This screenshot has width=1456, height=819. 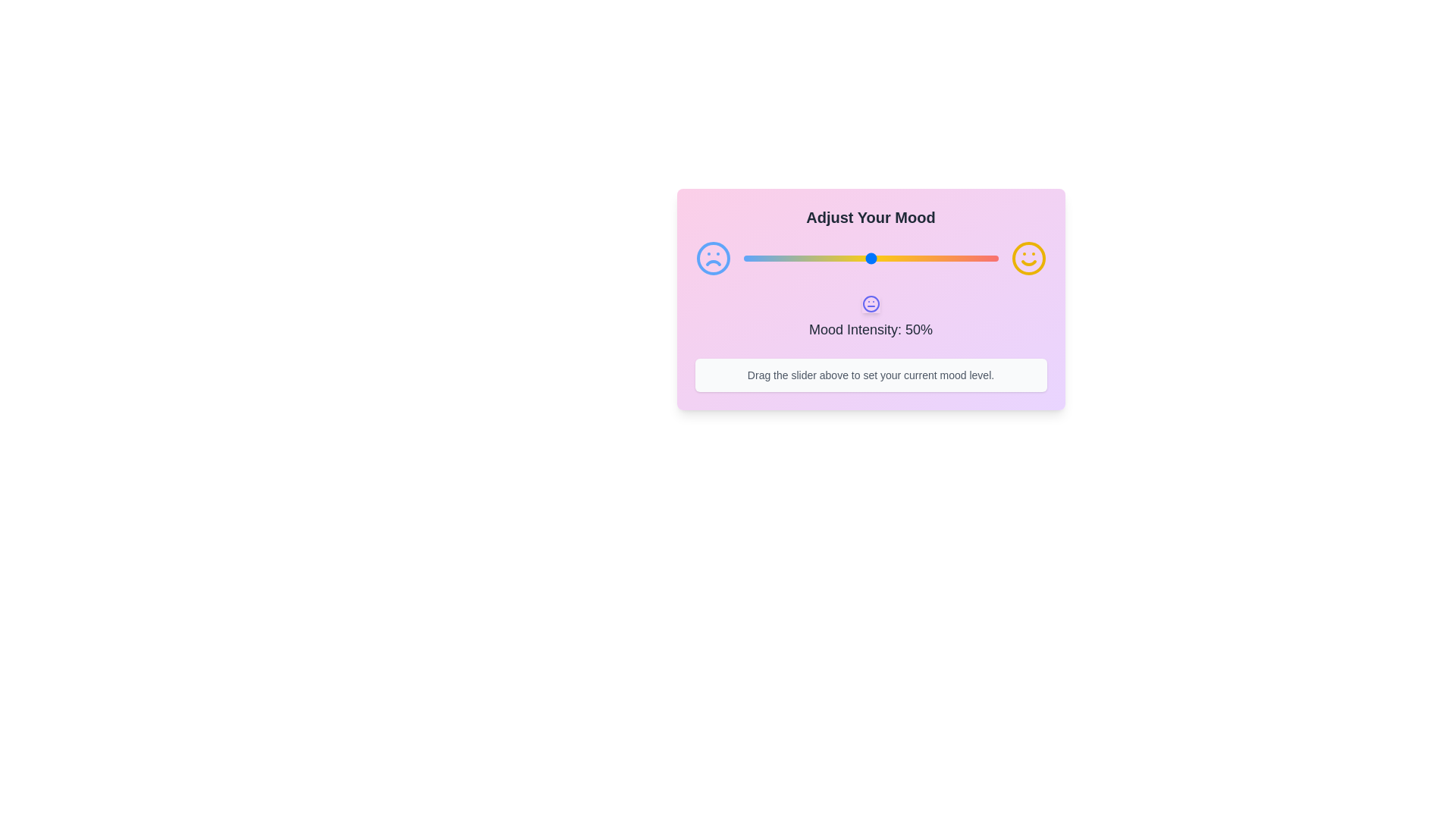 I want to click on the mood slider to 25%, so click(x=806, y=257).